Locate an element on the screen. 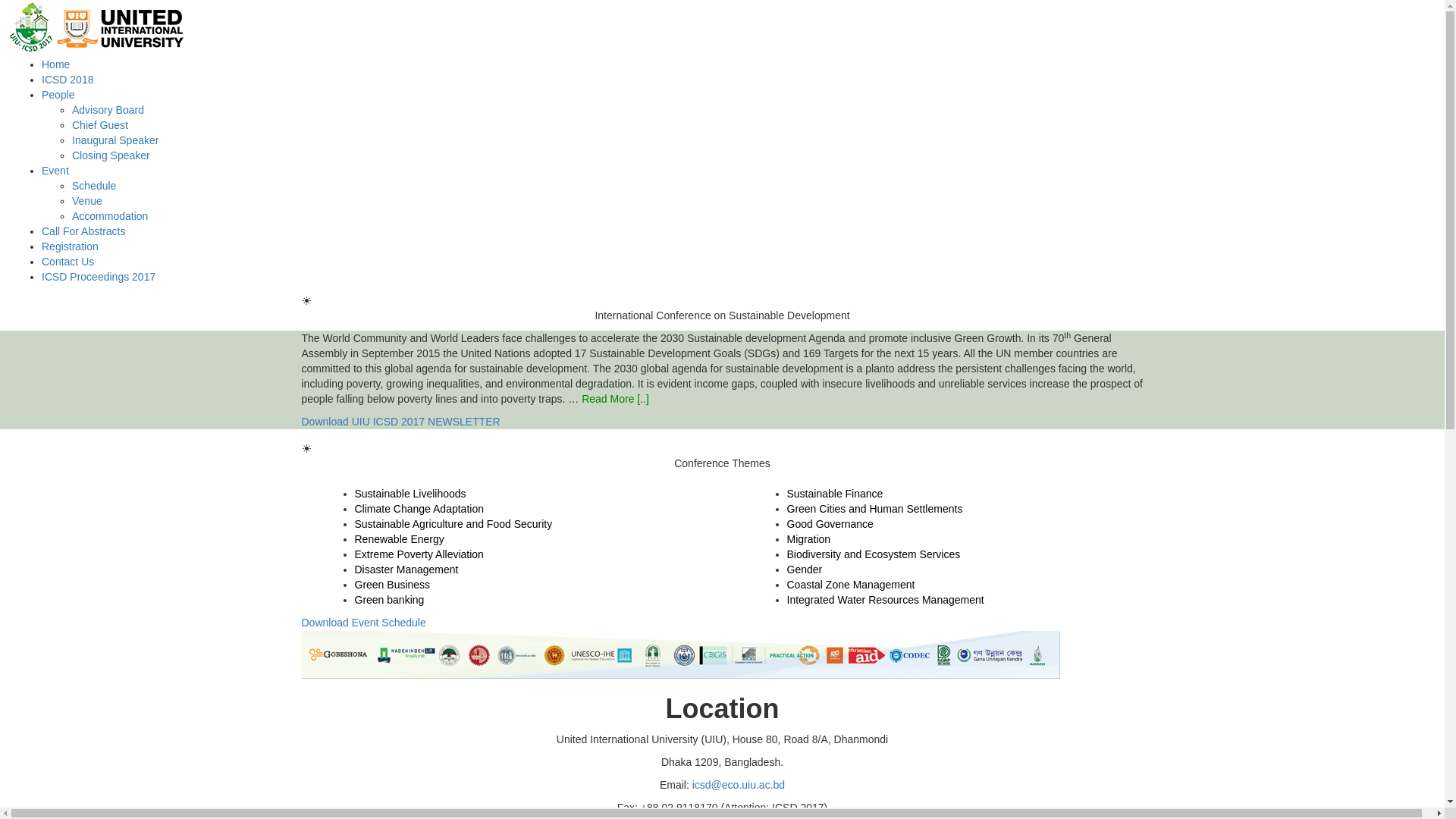 Image resolution: width=1456 pixels, height=819 pixels. 'Home' is located at coordinates (55, 63).